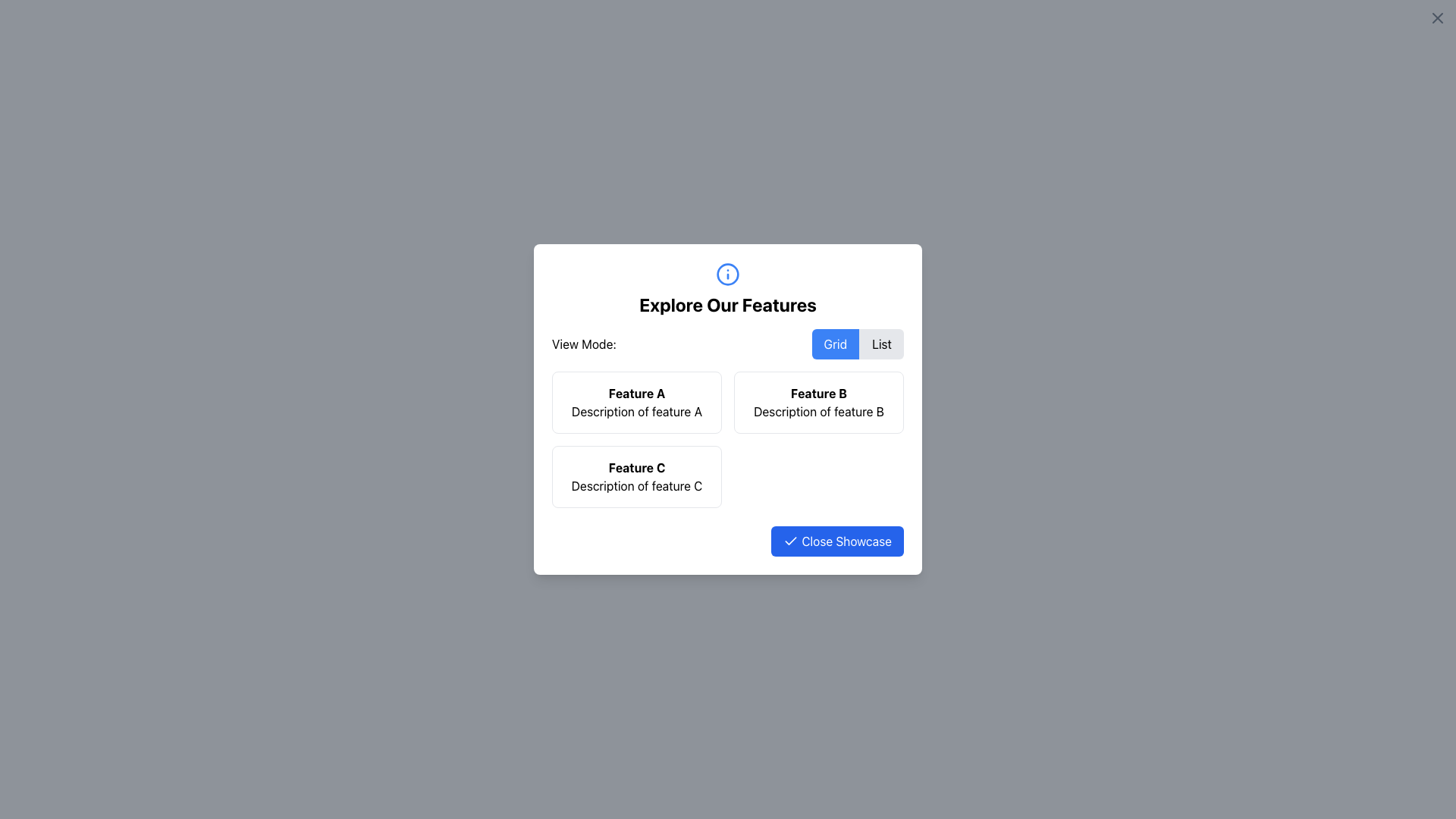 The image size is (1456, 819). What do you see at coordinates (882, 344) in the screenshot?
I see `the 'List' toggle button, which is styled with a gray background and rounded right corners, located immediately to the right of the 'Grid' button in a horizontal toggle interface` at bounding box center [882, 344].